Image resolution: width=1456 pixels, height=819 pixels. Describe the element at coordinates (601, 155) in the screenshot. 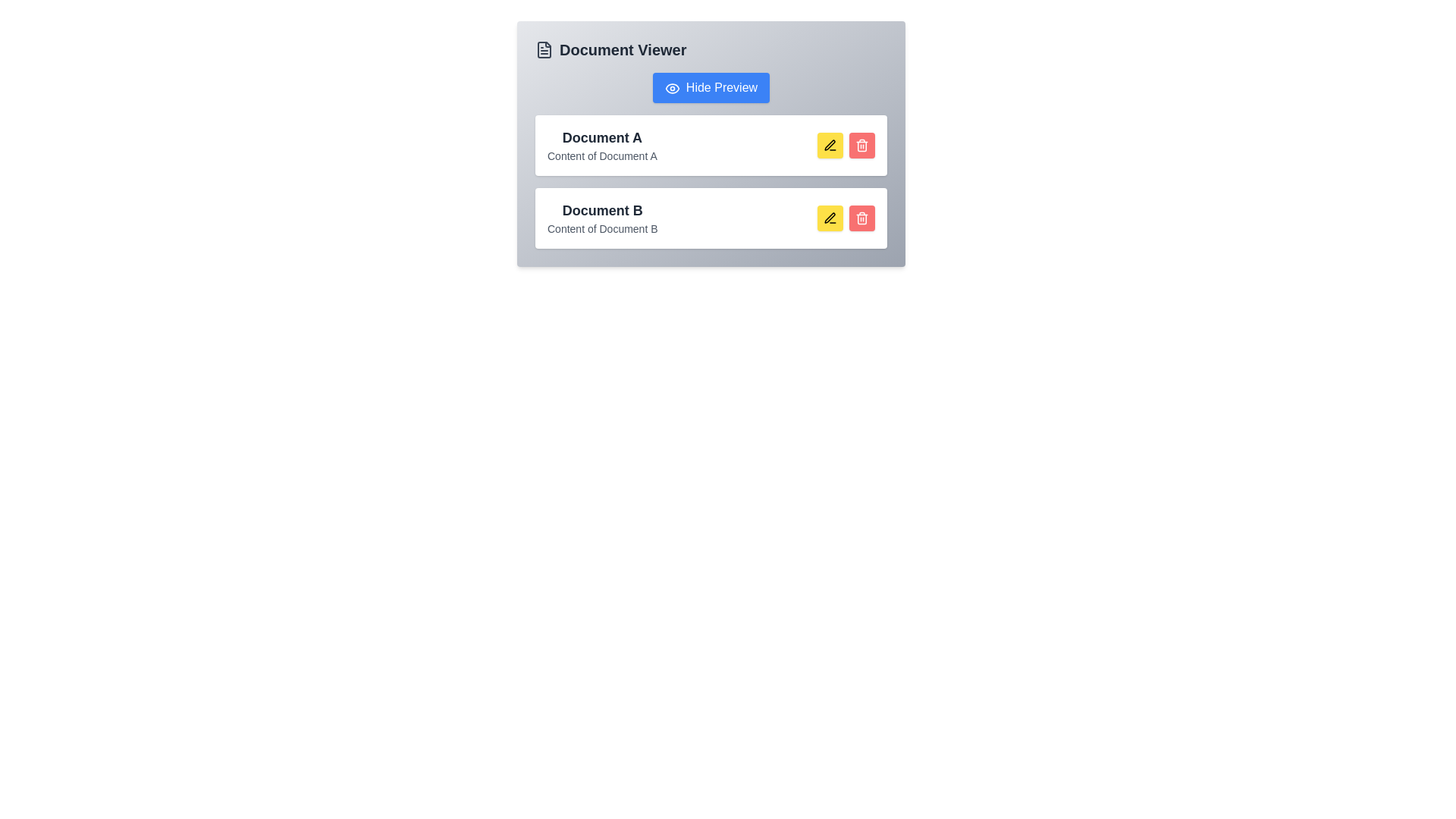

I see `the Text label that displays a brief description or content reference for 'Document A', located just under the header 'Document A'` at that location.